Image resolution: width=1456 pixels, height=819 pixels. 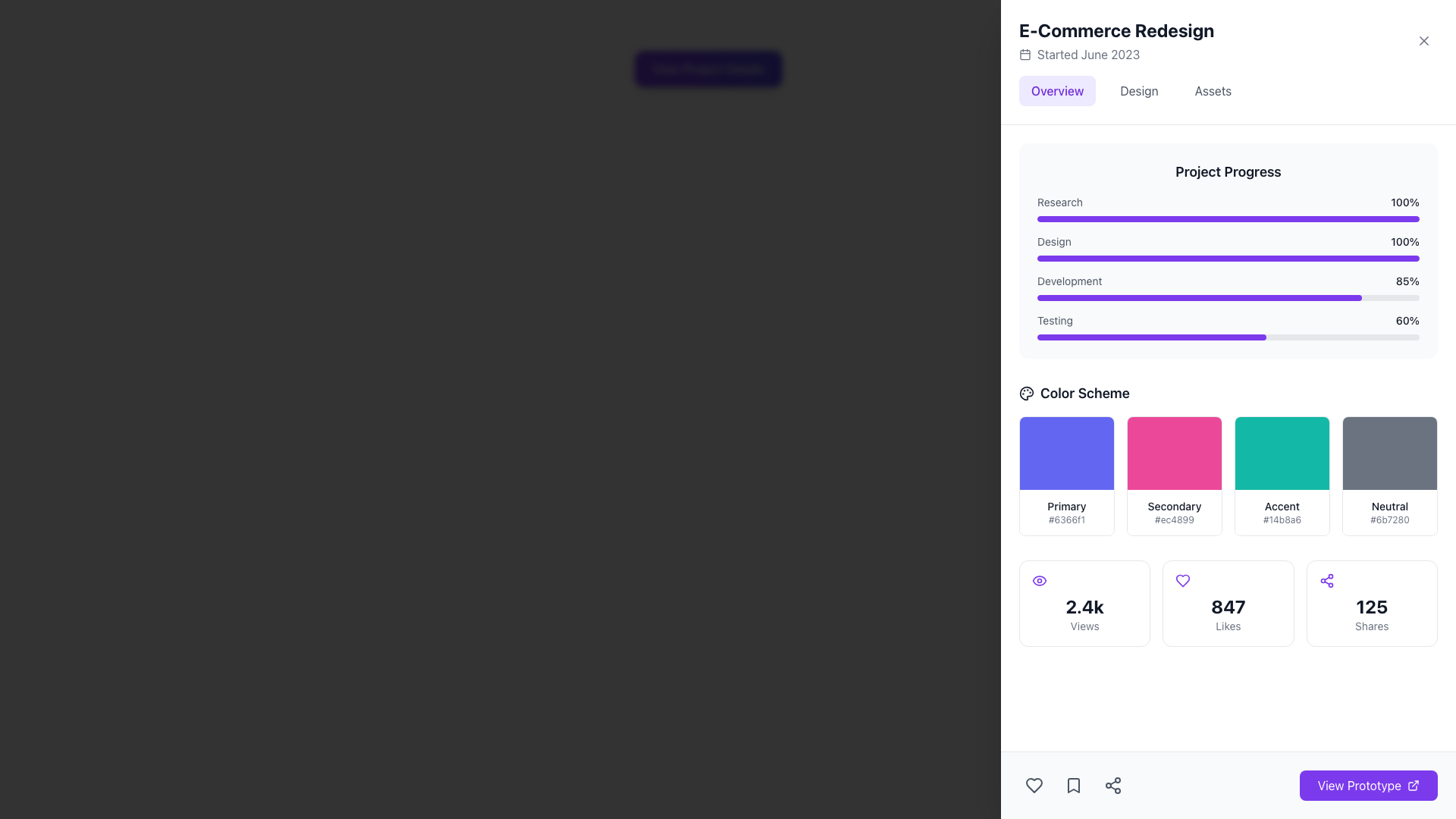 I want to click on the Progress Bar indicating 'Testing' with a progress value of 60%, which is the fourth progress bar in the 'Project Progress' panel, so click(x=1228, y=336).